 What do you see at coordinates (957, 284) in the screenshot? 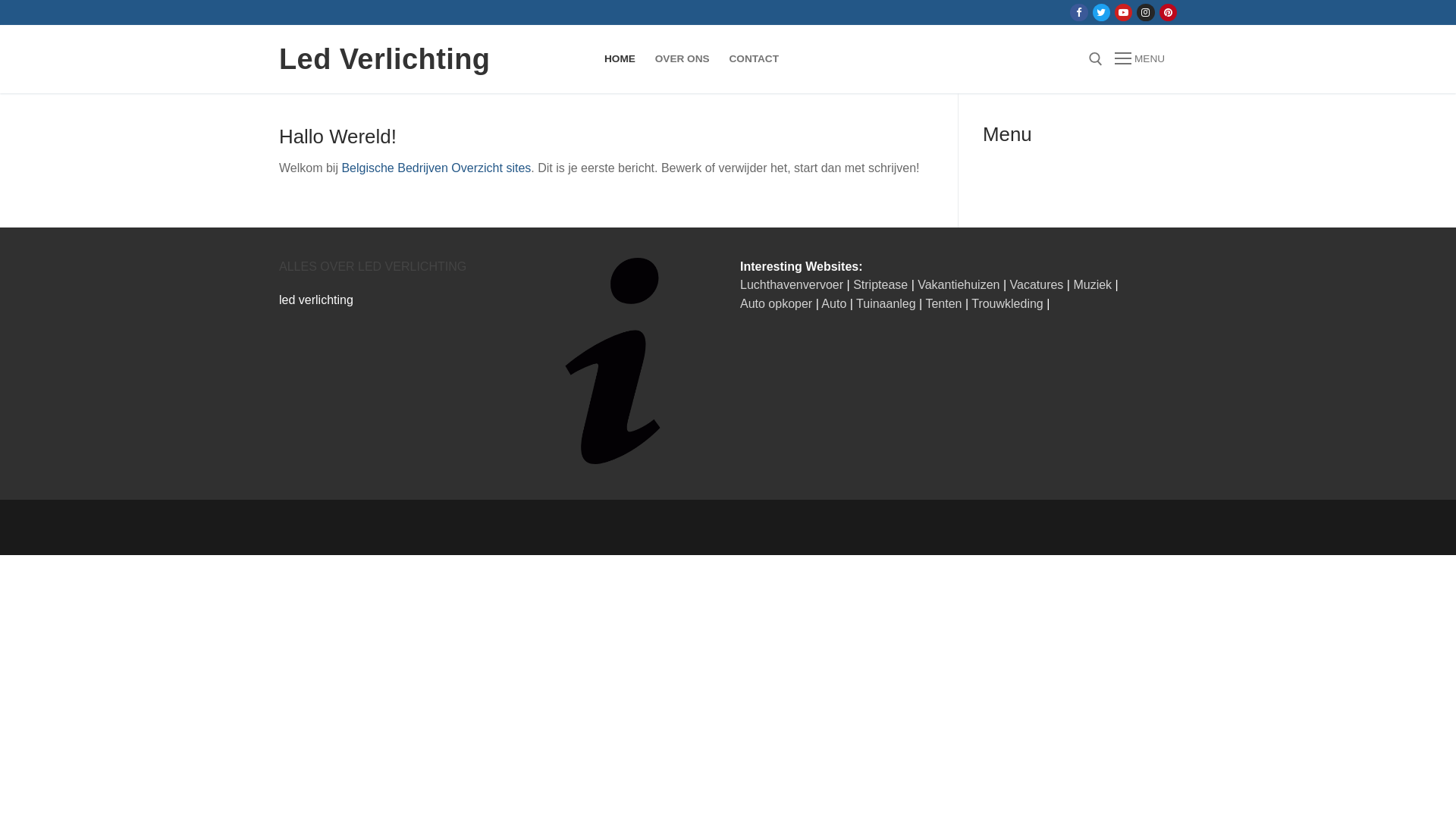
I see `'Vakantiehuizen'` at bounding box center [957, 284].